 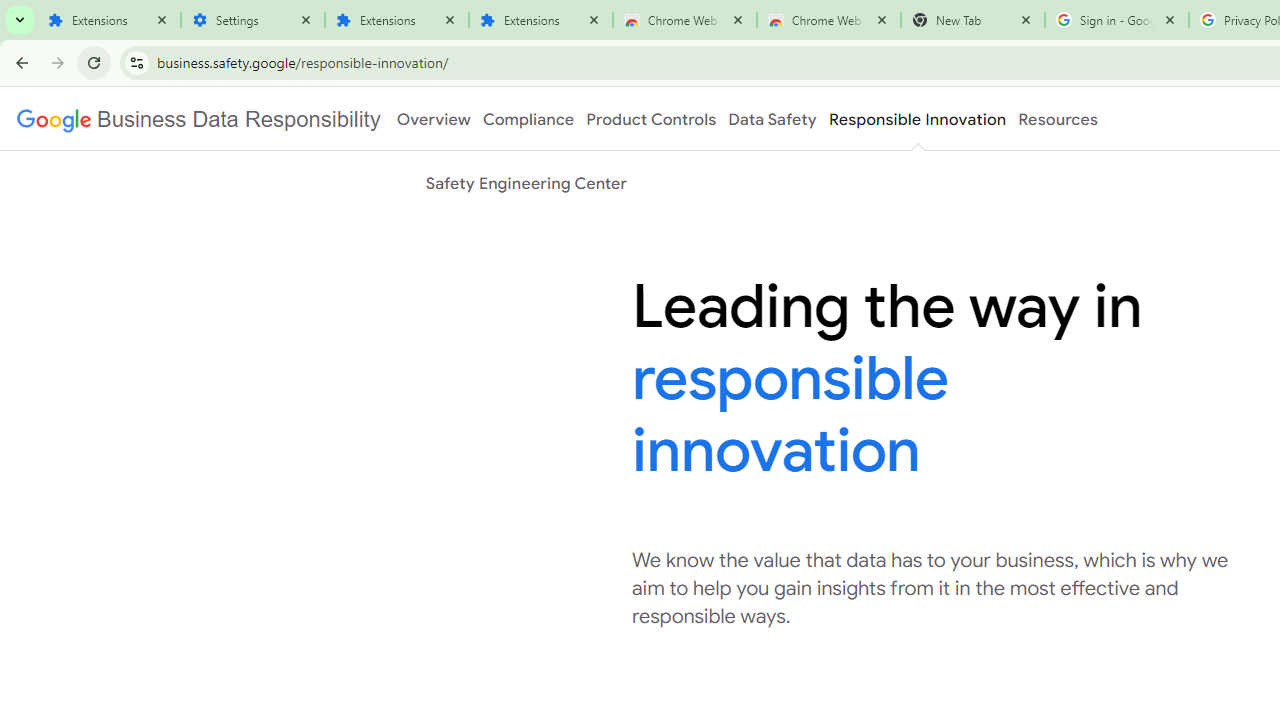 I want to click on 'Settings', so click(x=251, y=20).